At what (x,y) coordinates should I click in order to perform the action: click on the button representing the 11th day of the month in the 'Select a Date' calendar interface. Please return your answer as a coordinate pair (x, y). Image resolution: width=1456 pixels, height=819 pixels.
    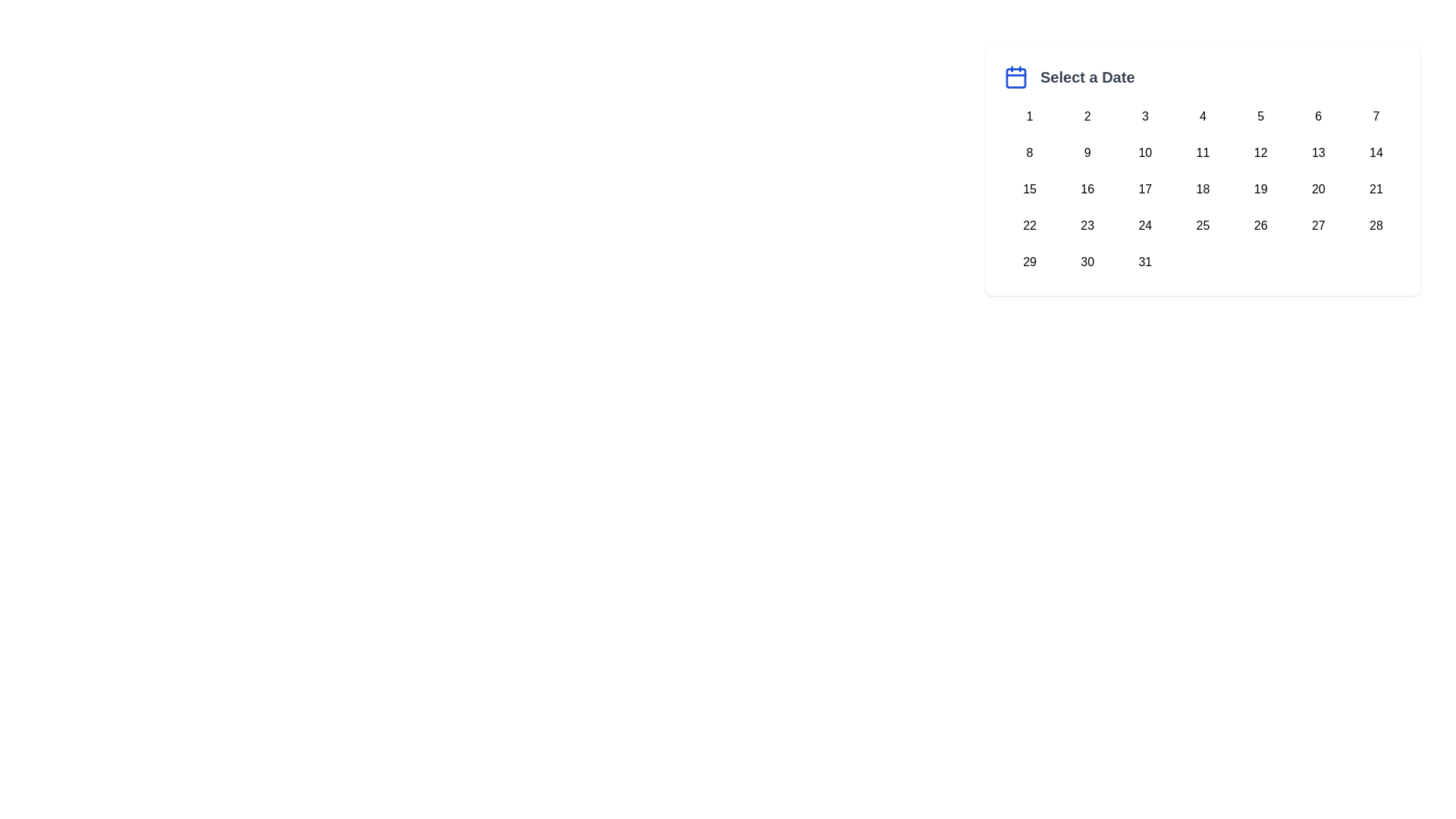
    Looking at the image, I should click on (1202, 152).